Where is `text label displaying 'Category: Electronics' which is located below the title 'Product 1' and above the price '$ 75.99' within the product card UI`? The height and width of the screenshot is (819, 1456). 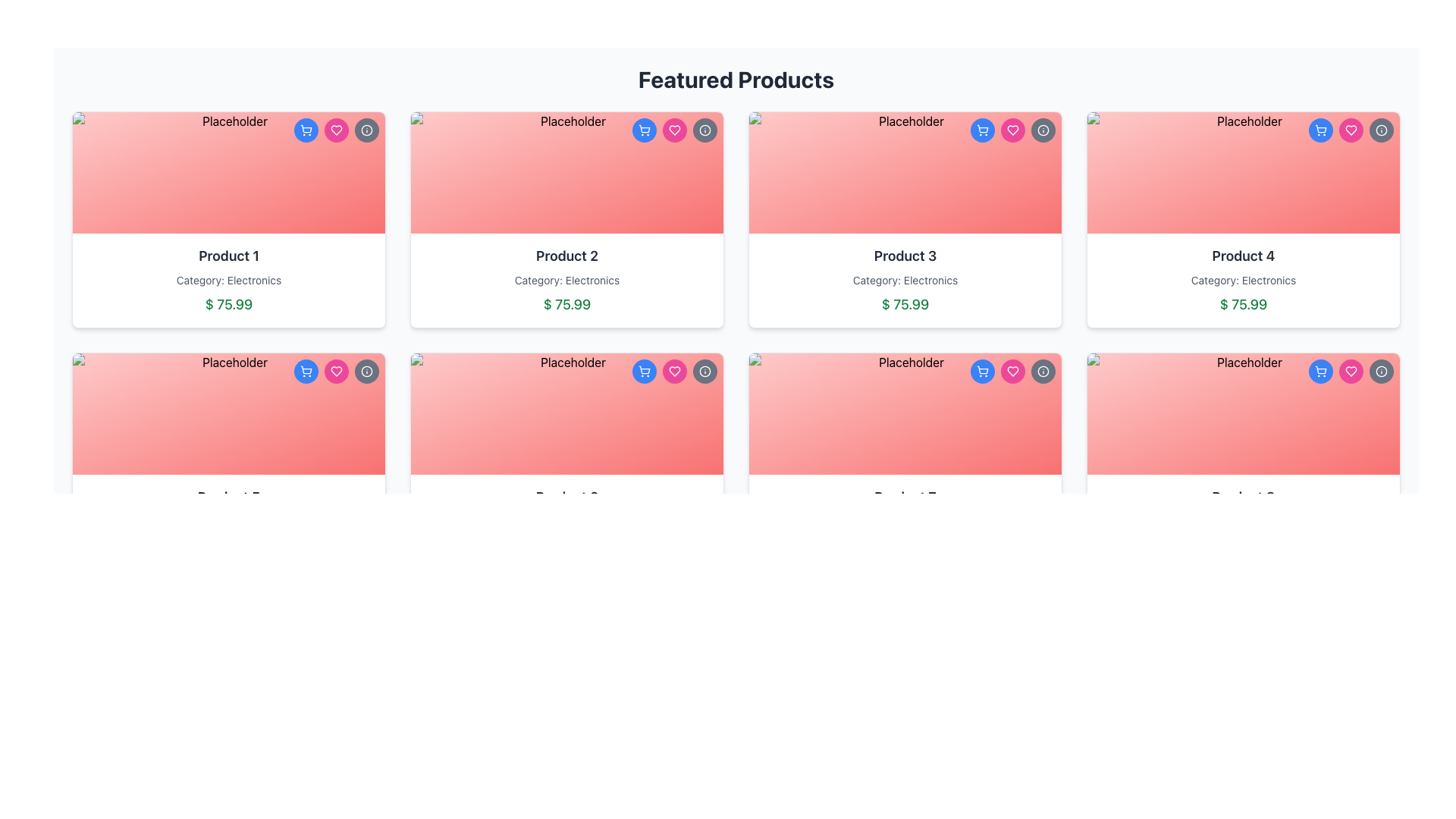 text label displaying 'Category: Electronics' which is located below the title 'Product 1' and above the price '$ 75.99' within the product card UI is located at coordinates (228, 281).